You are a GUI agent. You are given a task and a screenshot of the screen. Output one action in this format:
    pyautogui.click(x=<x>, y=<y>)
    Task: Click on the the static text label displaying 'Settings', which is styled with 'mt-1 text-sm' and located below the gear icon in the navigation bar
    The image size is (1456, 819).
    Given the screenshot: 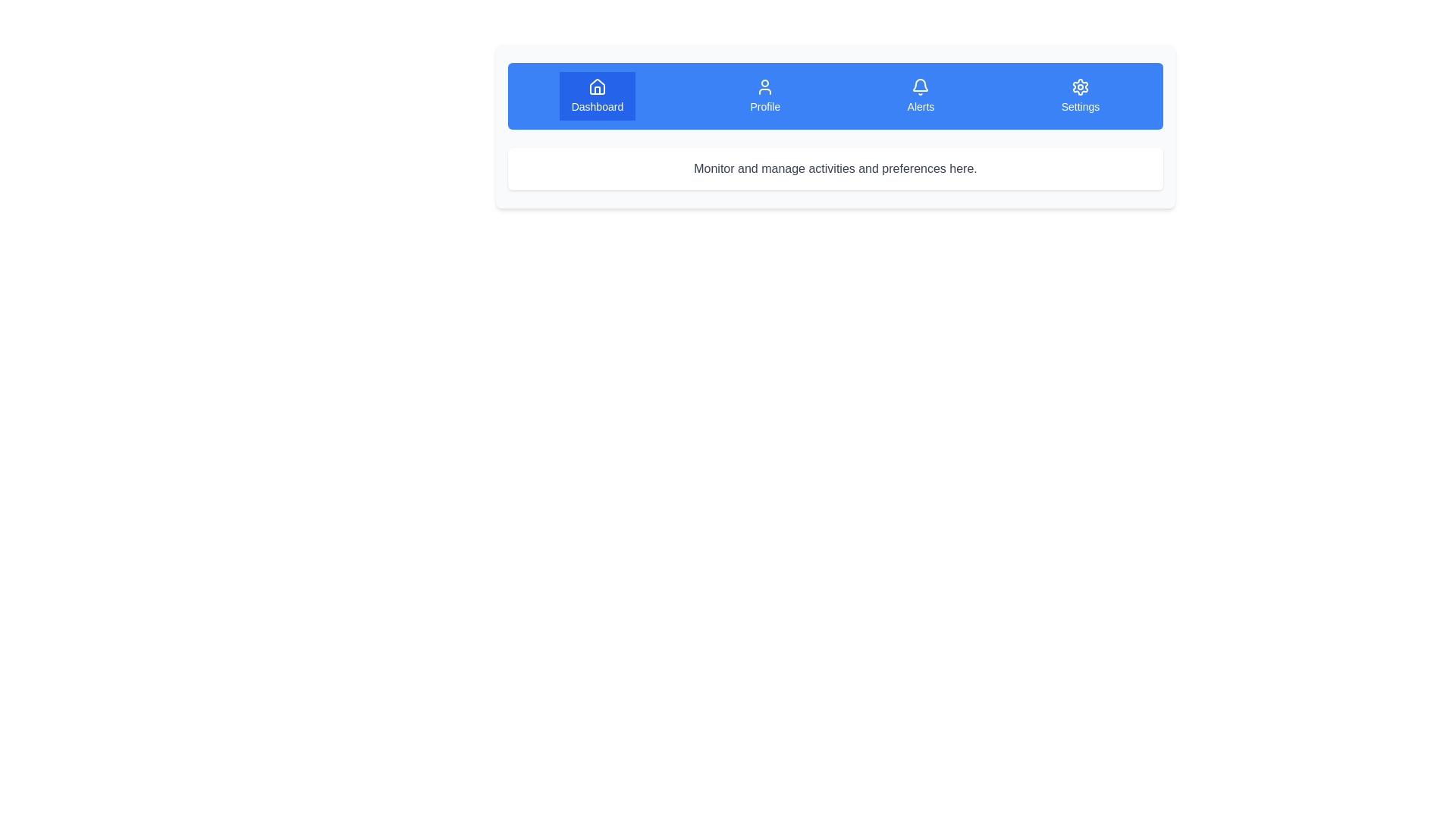 What is the action you would take?
    pyautogui.click(x=1080, y=106)
    